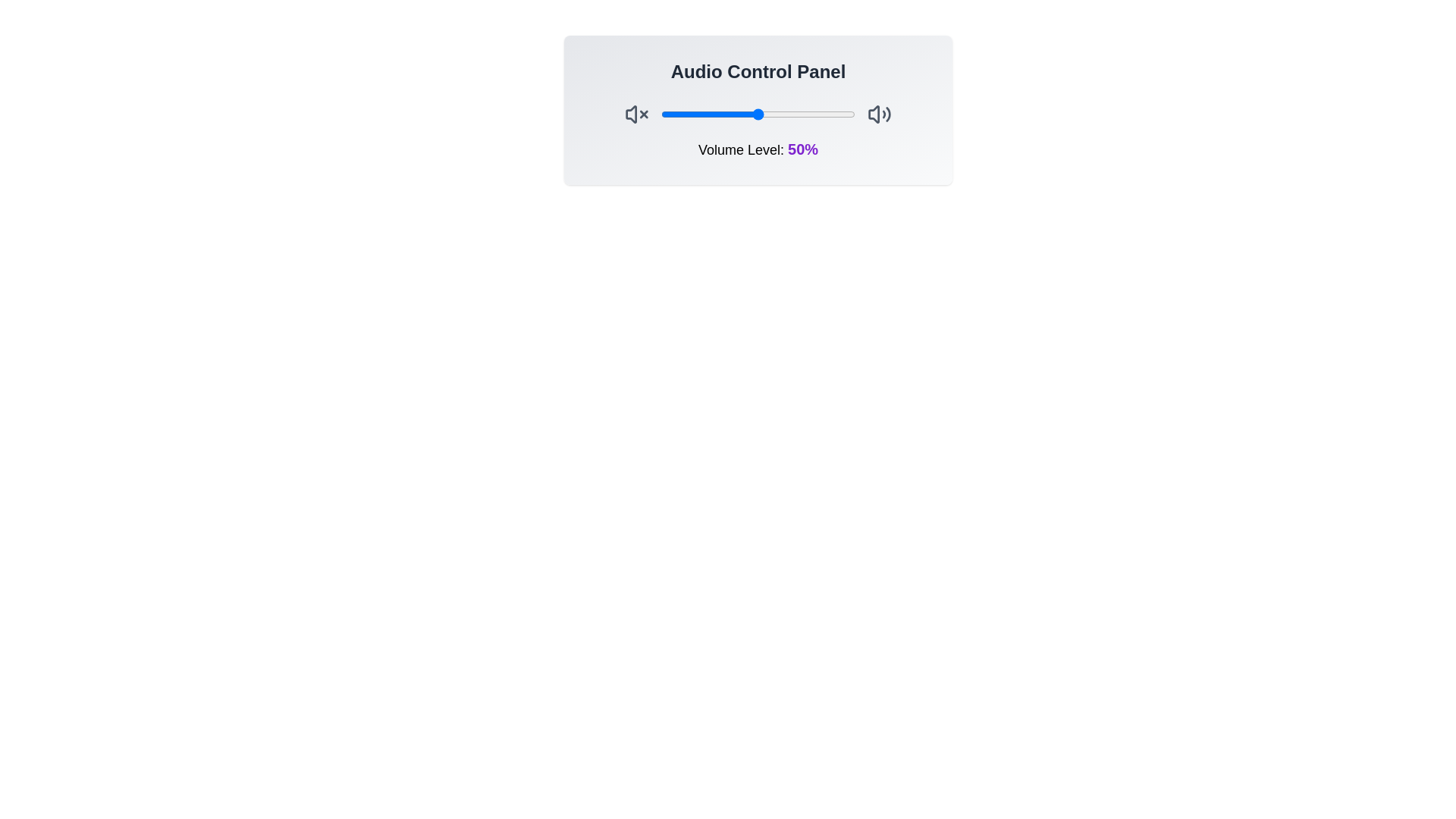 The height and width of the screenshot is (819, 1456). I want to click on volume, so click(667, 113).